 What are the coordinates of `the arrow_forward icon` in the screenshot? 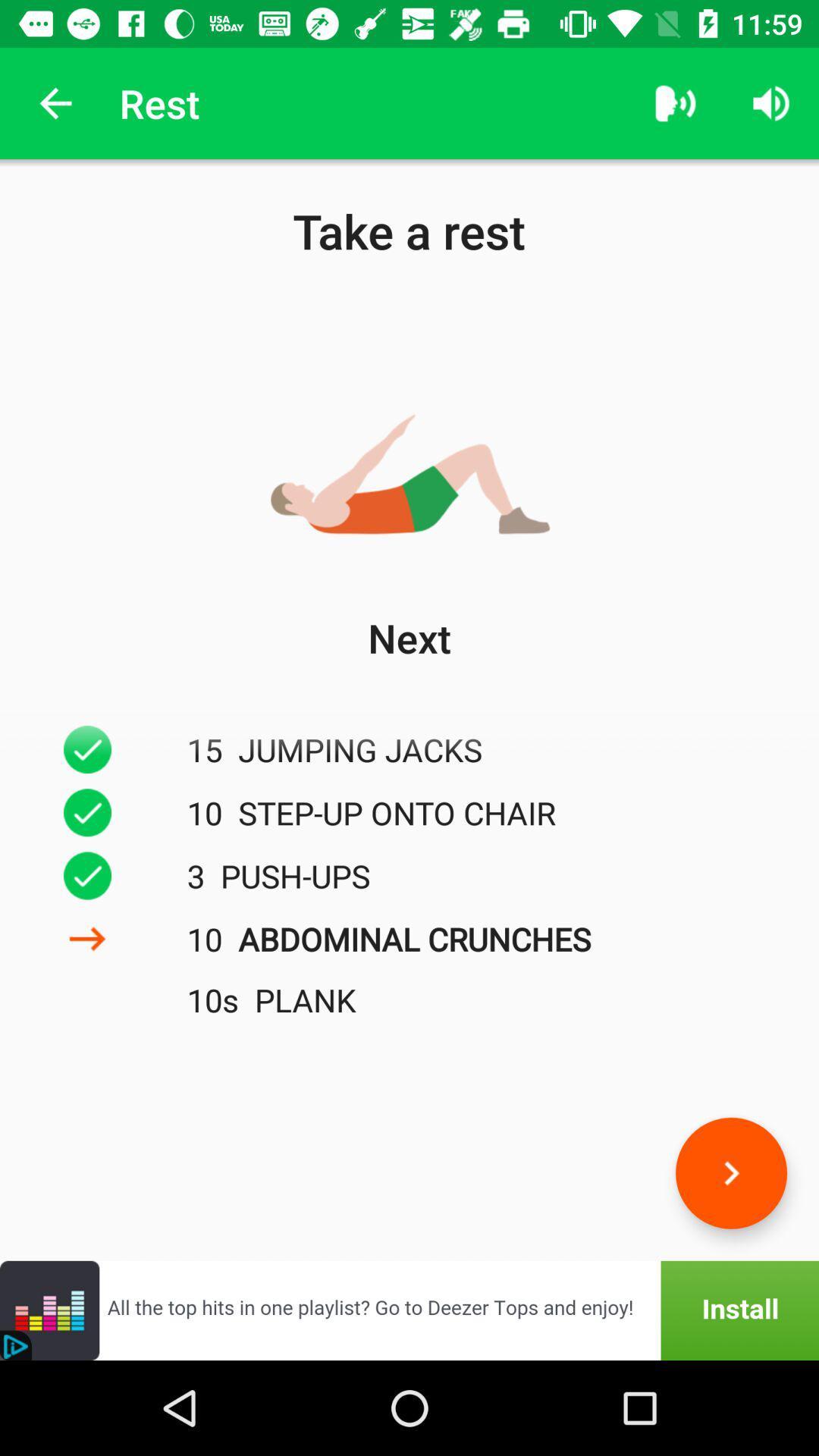 It's located at (730, 1172).